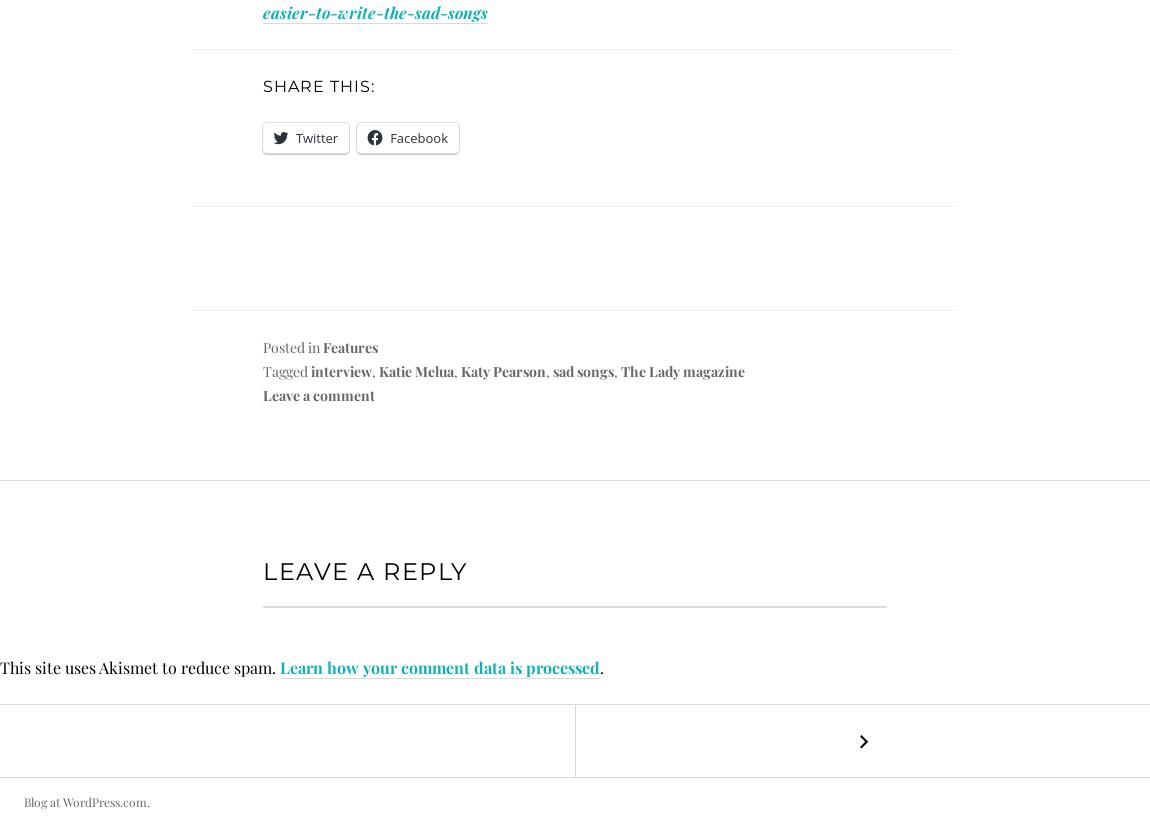 This screenshot has width=1150, height=824. What do you see at coordinates (138, 667) in the screenshot?
I see `'This site uses Akismet to reduce spam.'` at bounding box center [138, 667].